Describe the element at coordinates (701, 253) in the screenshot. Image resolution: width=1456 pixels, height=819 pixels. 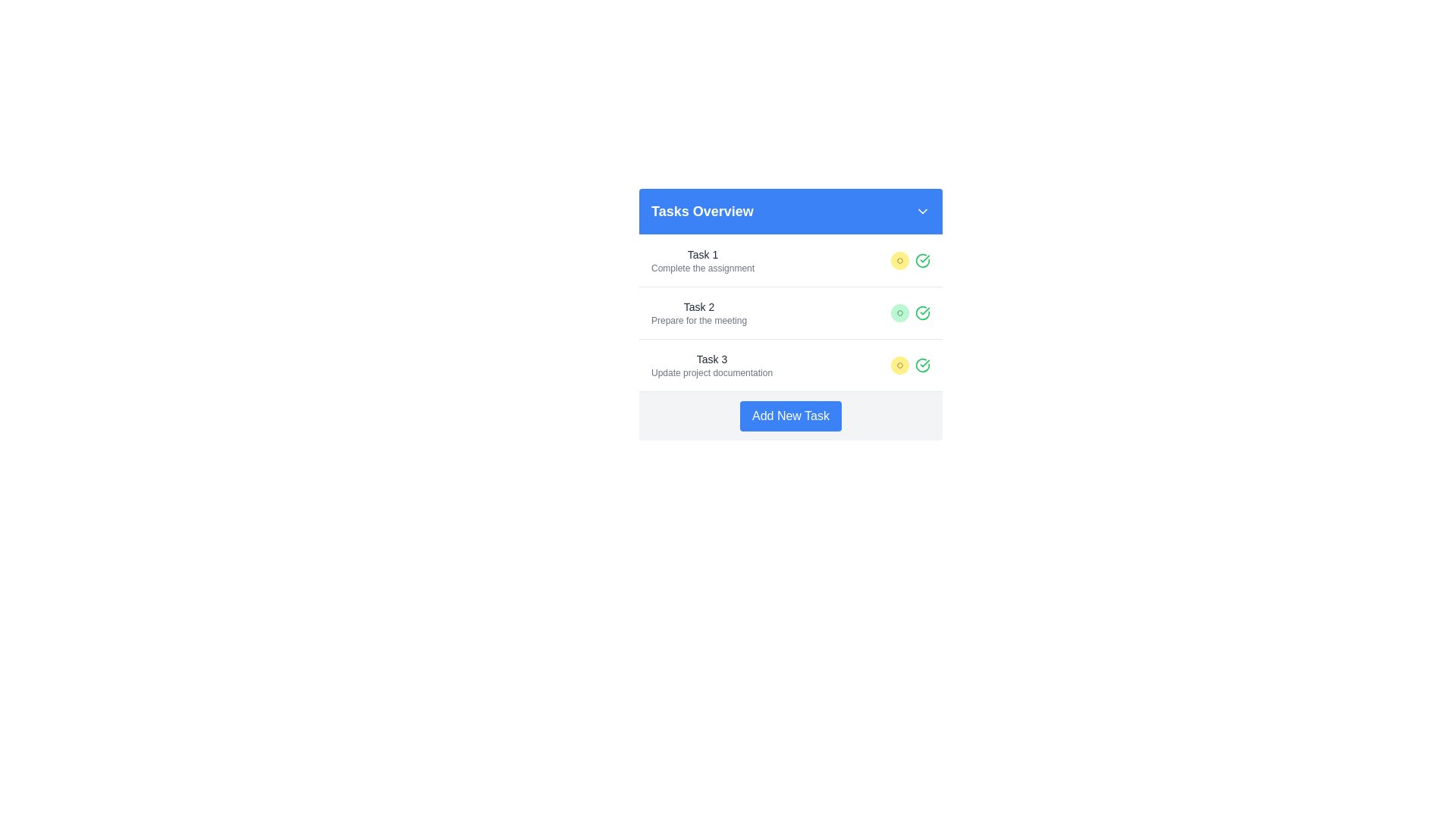
I see `the label with the text 'Task 1', which is a small textual label styled in medium-weight sans-serif font and dark gray color, positioned above the text 'Complete the assignment' in the first task's card` at that location.